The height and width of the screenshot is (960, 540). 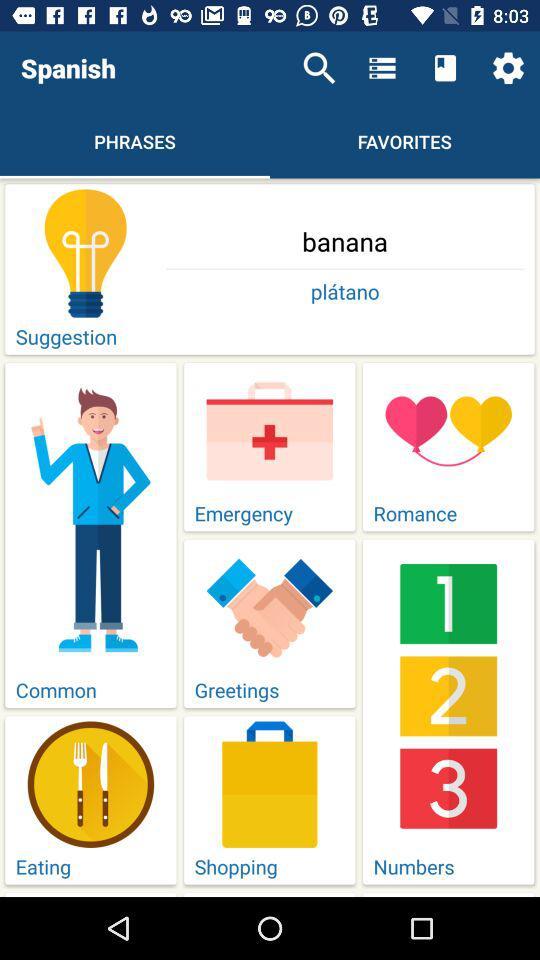 I want to click on icon above the favorites, so click(x=445, y=68).